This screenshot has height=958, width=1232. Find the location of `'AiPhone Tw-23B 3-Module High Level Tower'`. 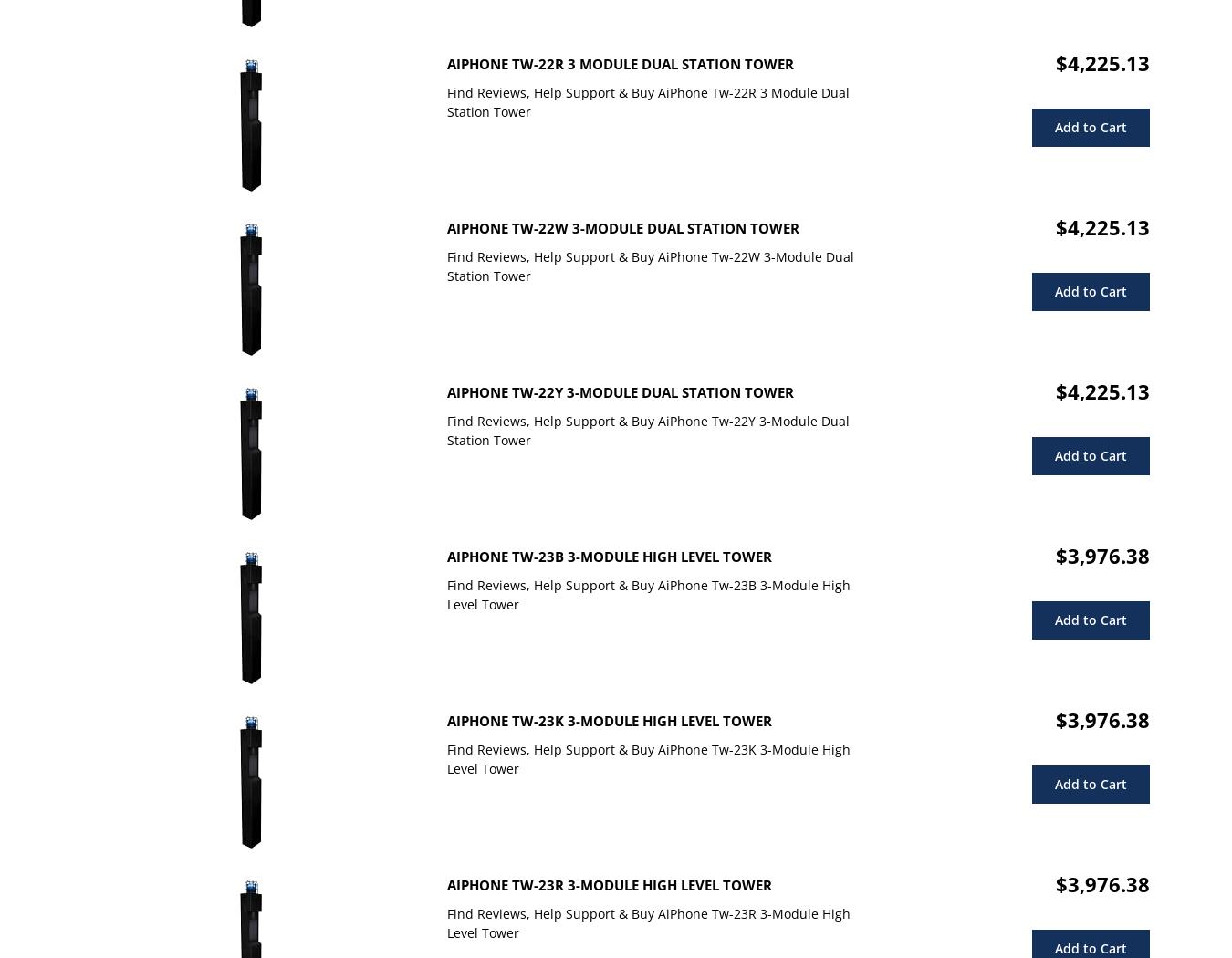

'AiPhone Tw-23B 3-Module High Level Tower' is located at coordinates (609, 557).